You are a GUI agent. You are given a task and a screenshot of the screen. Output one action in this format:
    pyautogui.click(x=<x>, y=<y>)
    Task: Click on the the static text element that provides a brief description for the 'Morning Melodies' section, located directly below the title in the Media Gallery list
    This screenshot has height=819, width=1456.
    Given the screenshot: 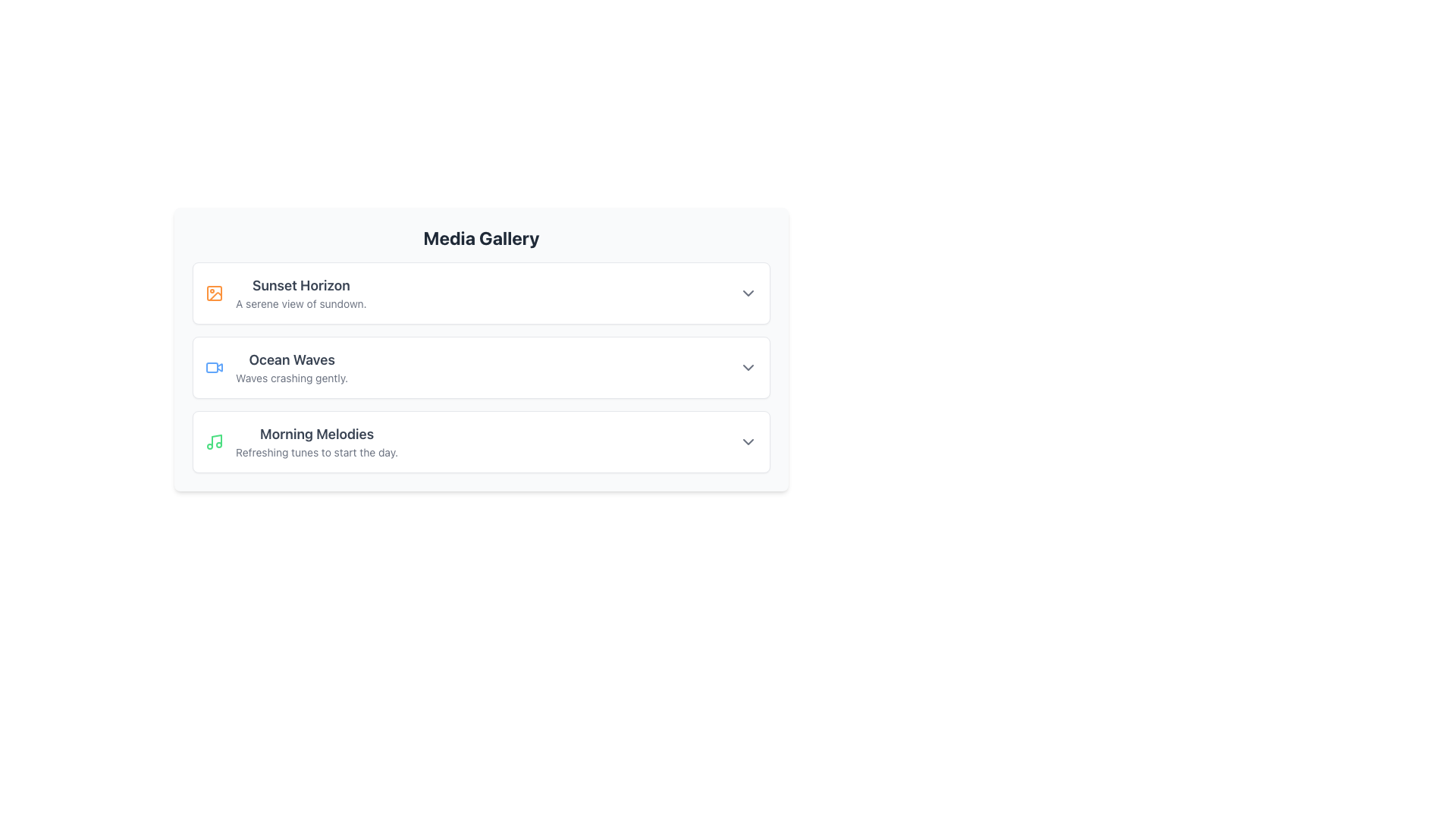 What is the action you would take?
    pyautogui.click(x=316, y=452)
    